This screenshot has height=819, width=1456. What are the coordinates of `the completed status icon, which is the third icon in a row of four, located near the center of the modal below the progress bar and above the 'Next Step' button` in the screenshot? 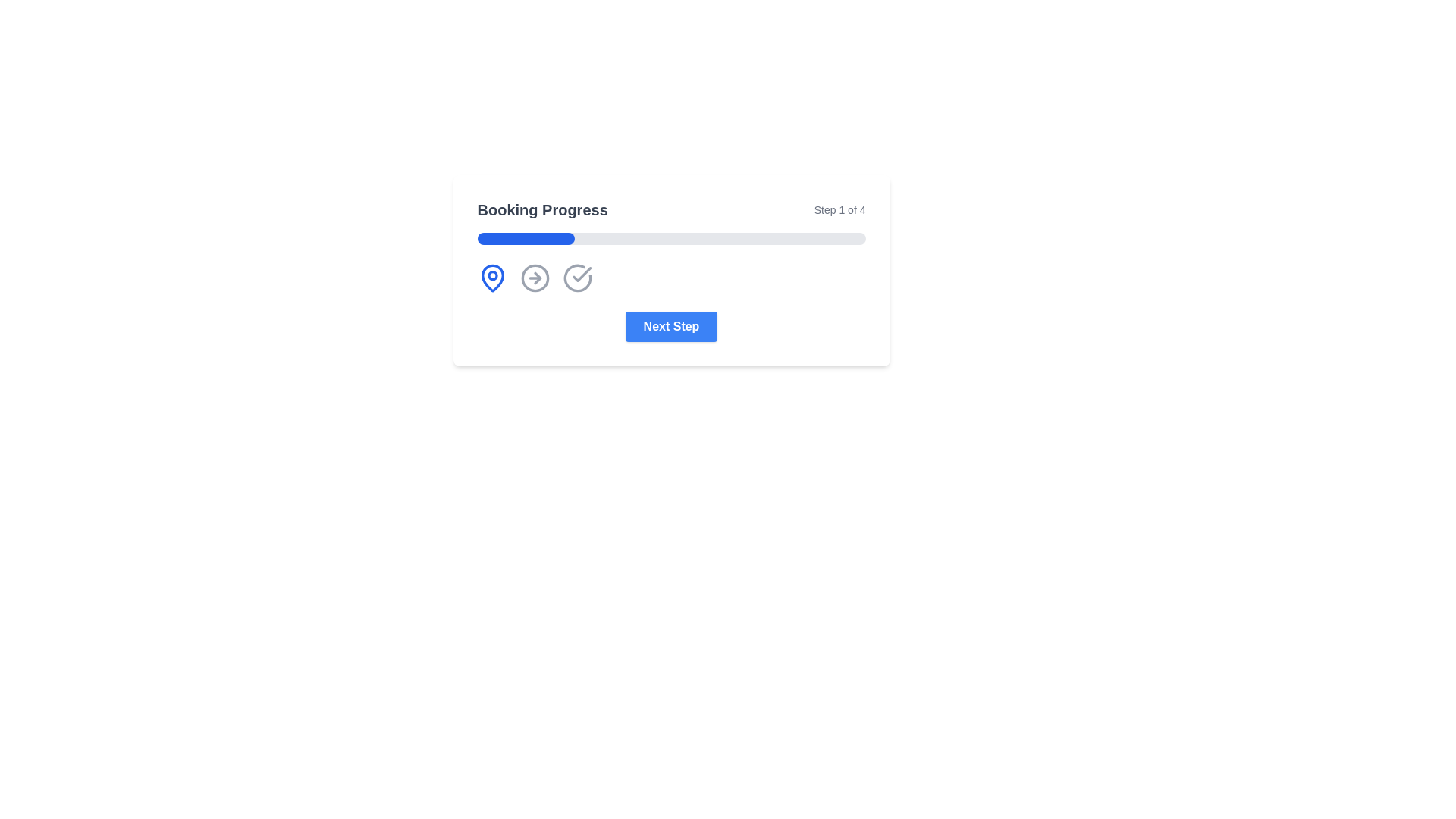 It's located at (576, 278).